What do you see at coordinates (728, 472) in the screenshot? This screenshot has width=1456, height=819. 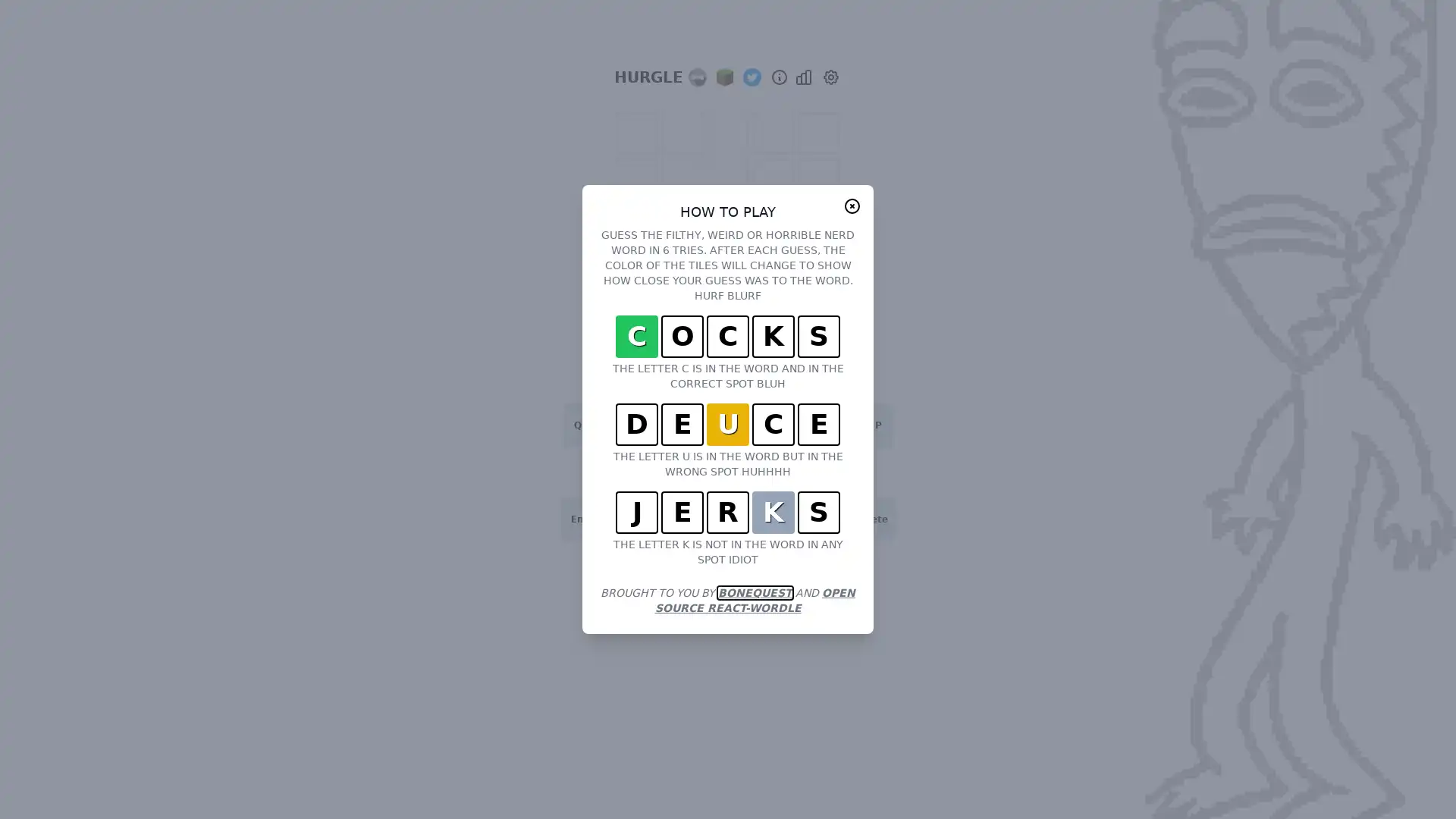 I see `G` at bounding box center [728, 472].